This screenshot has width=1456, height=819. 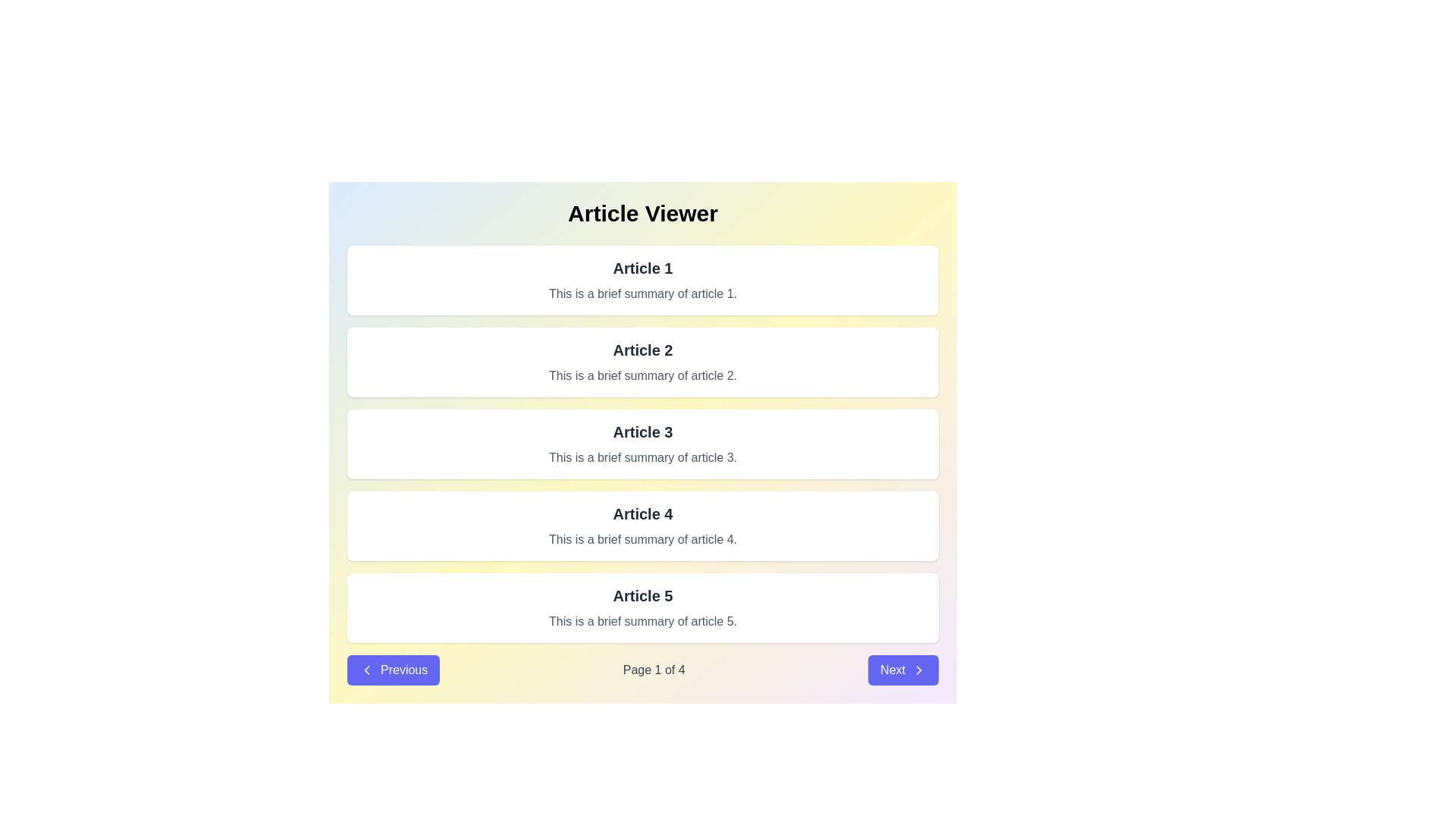 I want to click on the third card in the vertical list that displays an article title and summary, positioned between 'Article 2' and 'Article 4', so click(x=643, y=444).